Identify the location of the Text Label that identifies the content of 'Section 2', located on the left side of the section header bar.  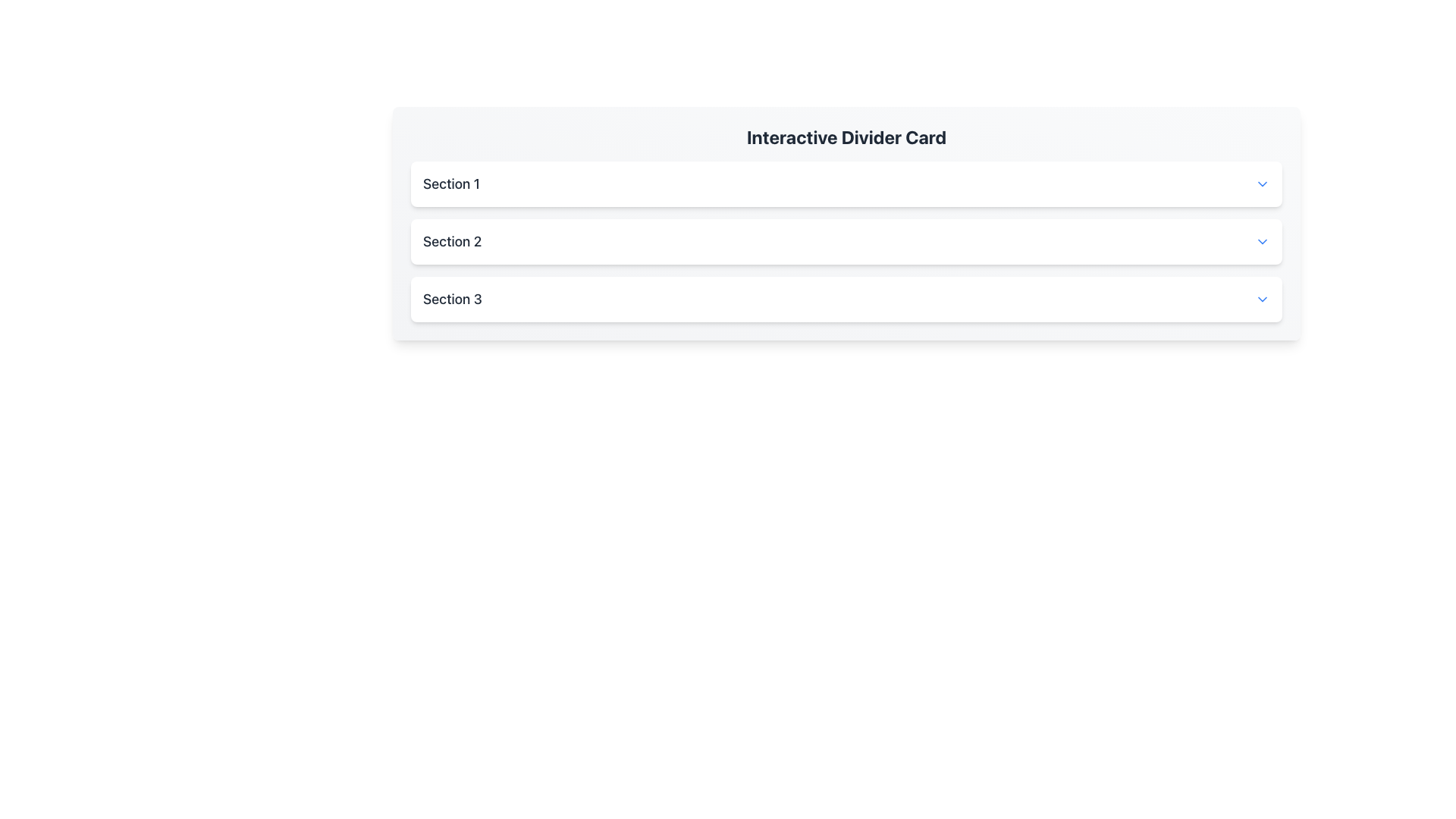
(451, 241).